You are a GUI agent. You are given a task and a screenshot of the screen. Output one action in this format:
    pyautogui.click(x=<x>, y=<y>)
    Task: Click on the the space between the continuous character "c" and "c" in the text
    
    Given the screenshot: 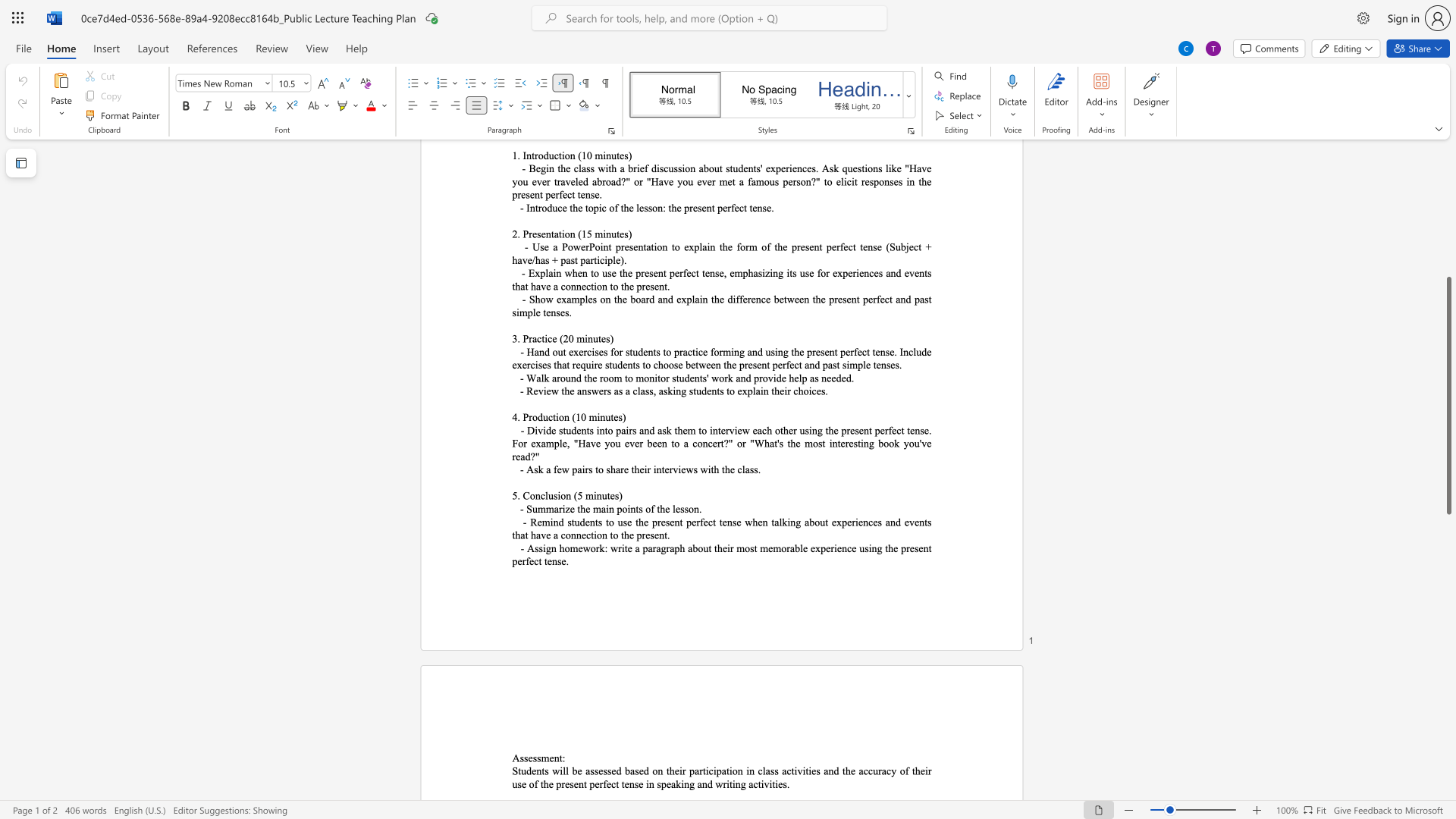 What is the action you would take?
    pyautogui.click(x=868, y=770)
    